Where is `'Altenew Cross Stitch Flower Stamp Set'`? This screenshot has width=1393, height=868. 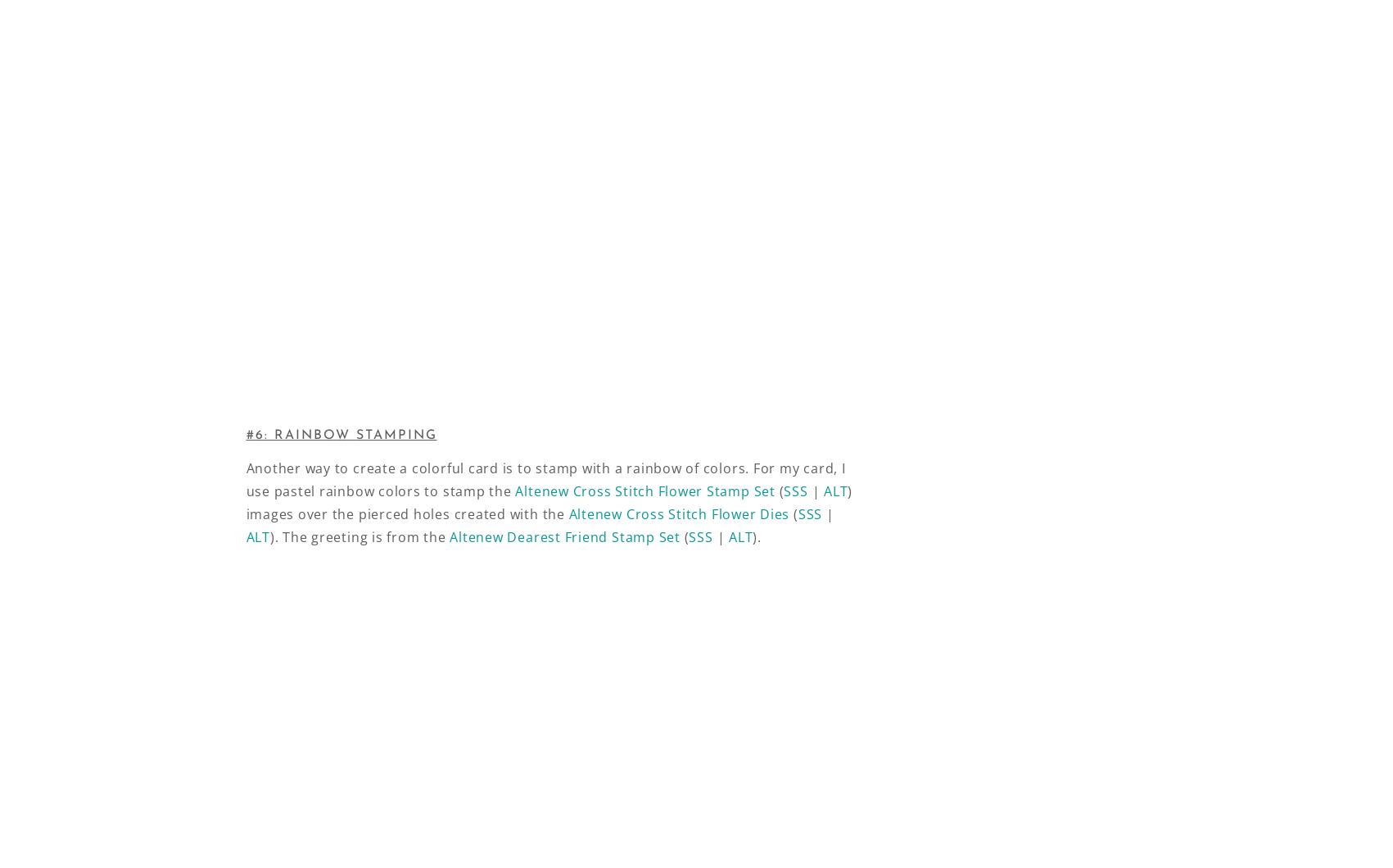 'Altenew Cross Stitch Flower Stamp Set' is located at coordinates (514, 491).